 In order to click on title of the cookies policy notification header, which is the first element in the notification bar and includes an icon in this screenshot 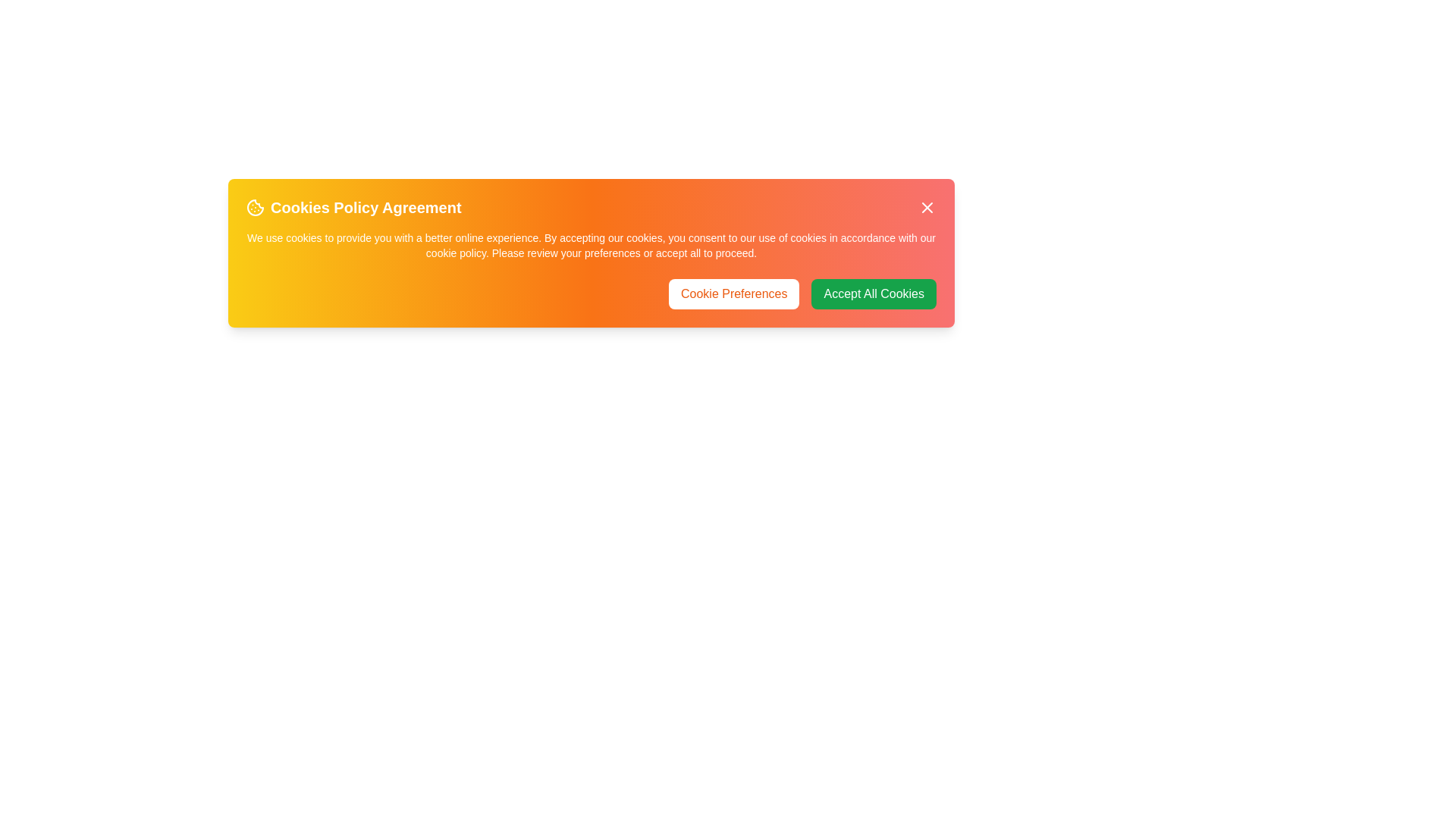, I will do `click(353, 207)`.